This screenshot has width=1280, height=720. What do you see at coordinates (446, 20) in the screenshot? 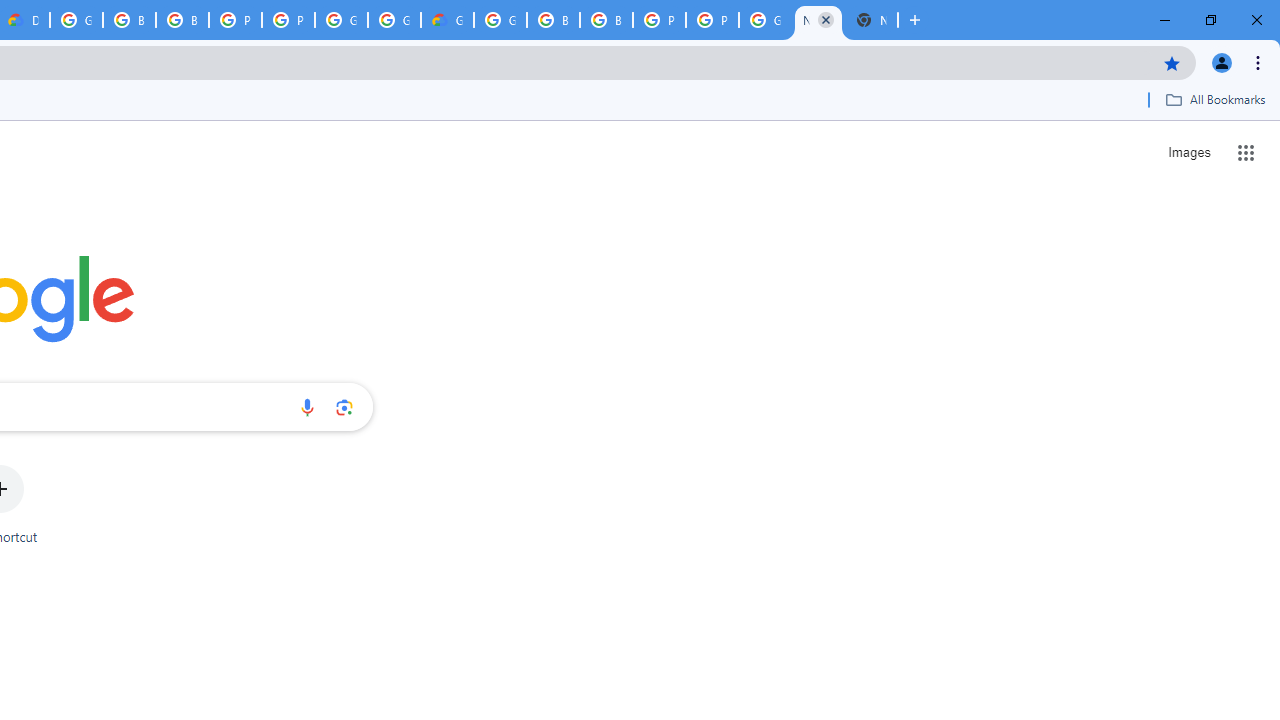
I see `'Google Cloud Estimate Summary'` at bounding box center [446, 20].